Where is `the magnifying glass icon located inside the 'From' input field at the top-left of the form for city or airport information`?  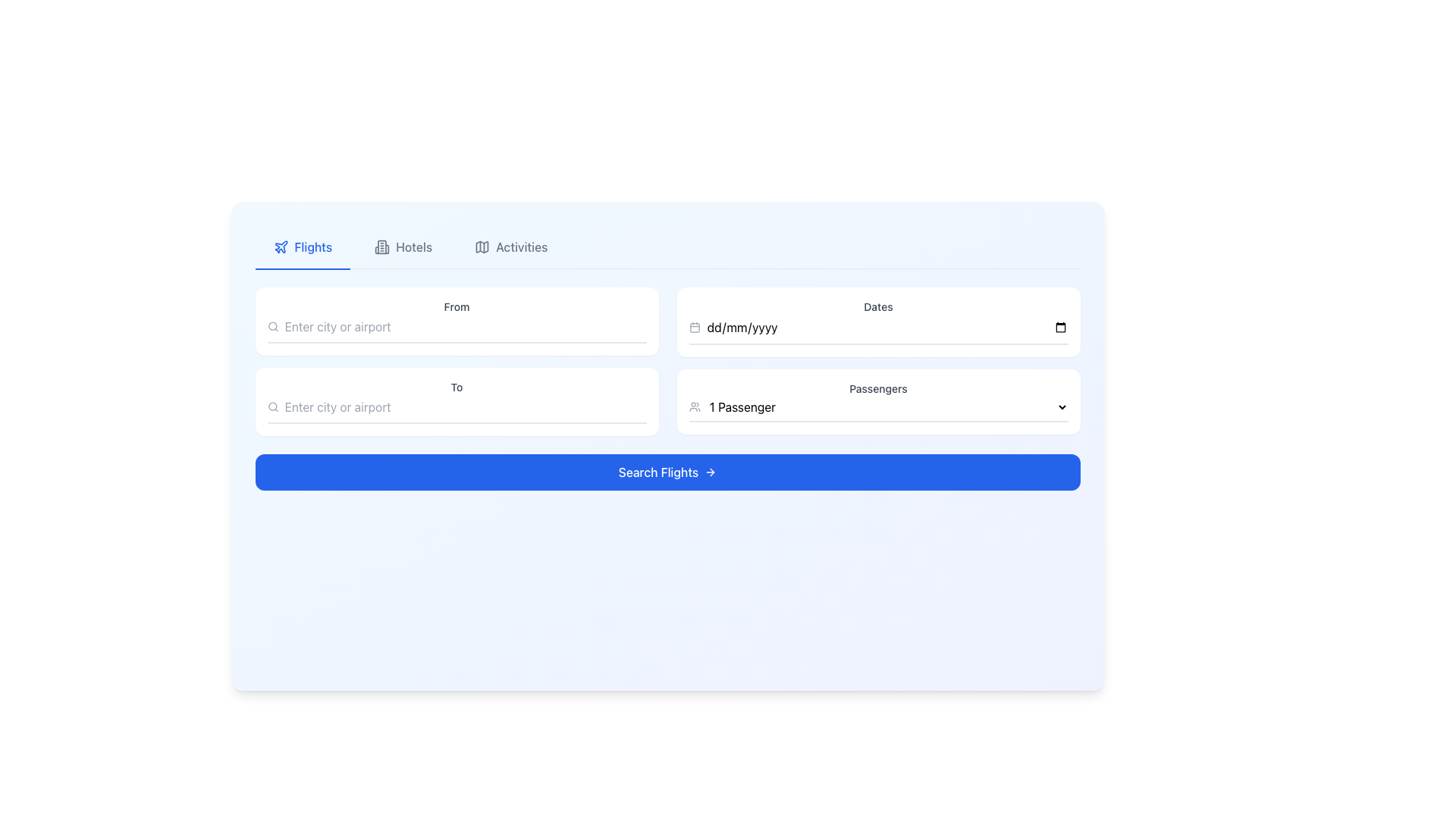
the magnifying glass icon located inside the 'From' input field at the top-left of the form for city or airport information is located at coordinates (273, 326).